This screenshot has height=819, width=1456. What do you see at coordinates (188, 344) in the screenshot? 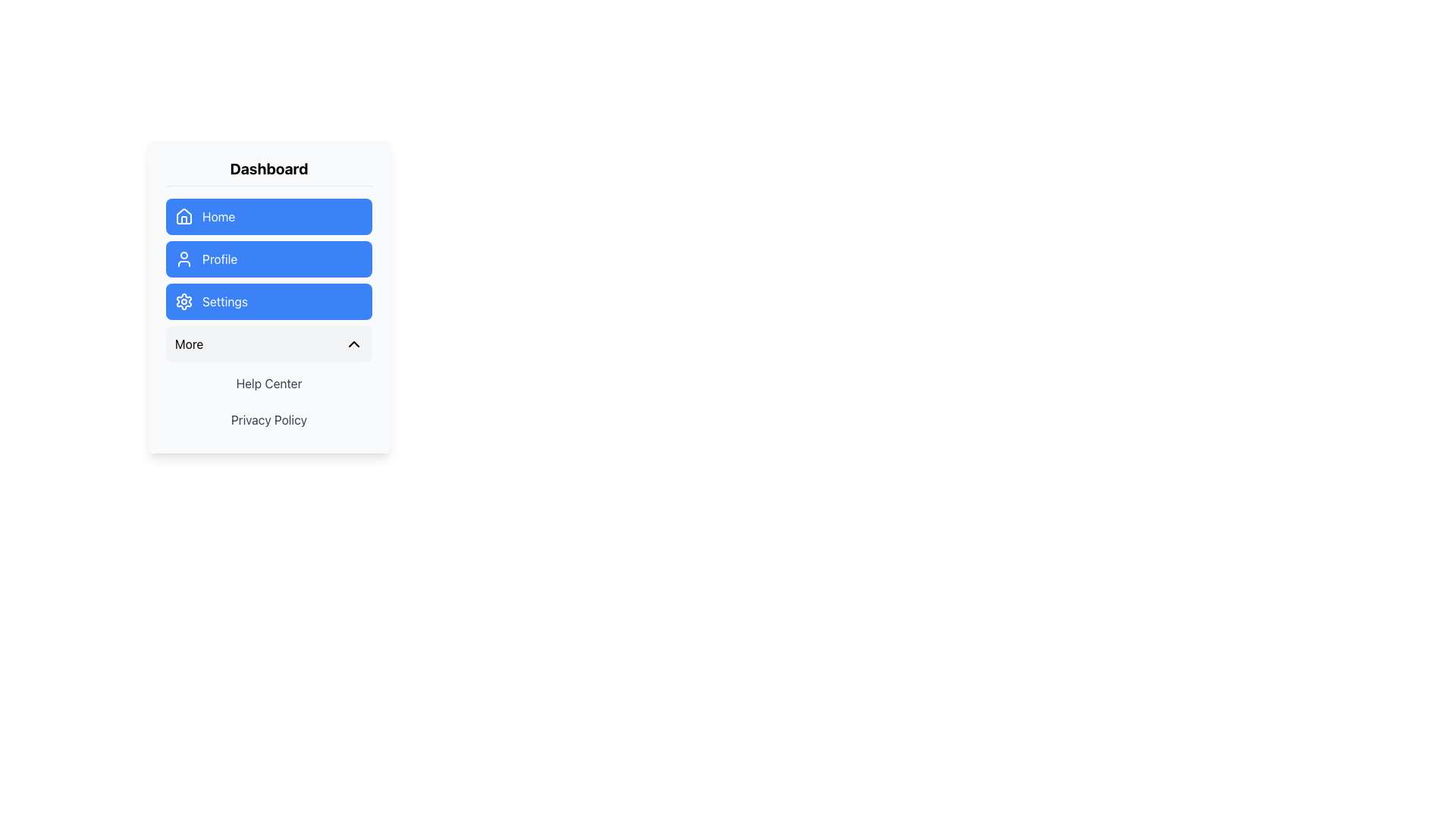
I see `the text label reading 'More' located on the left side of the menu, above 'Help Center' and 'Privacy Policy' links` at bounding box center [188, 344].